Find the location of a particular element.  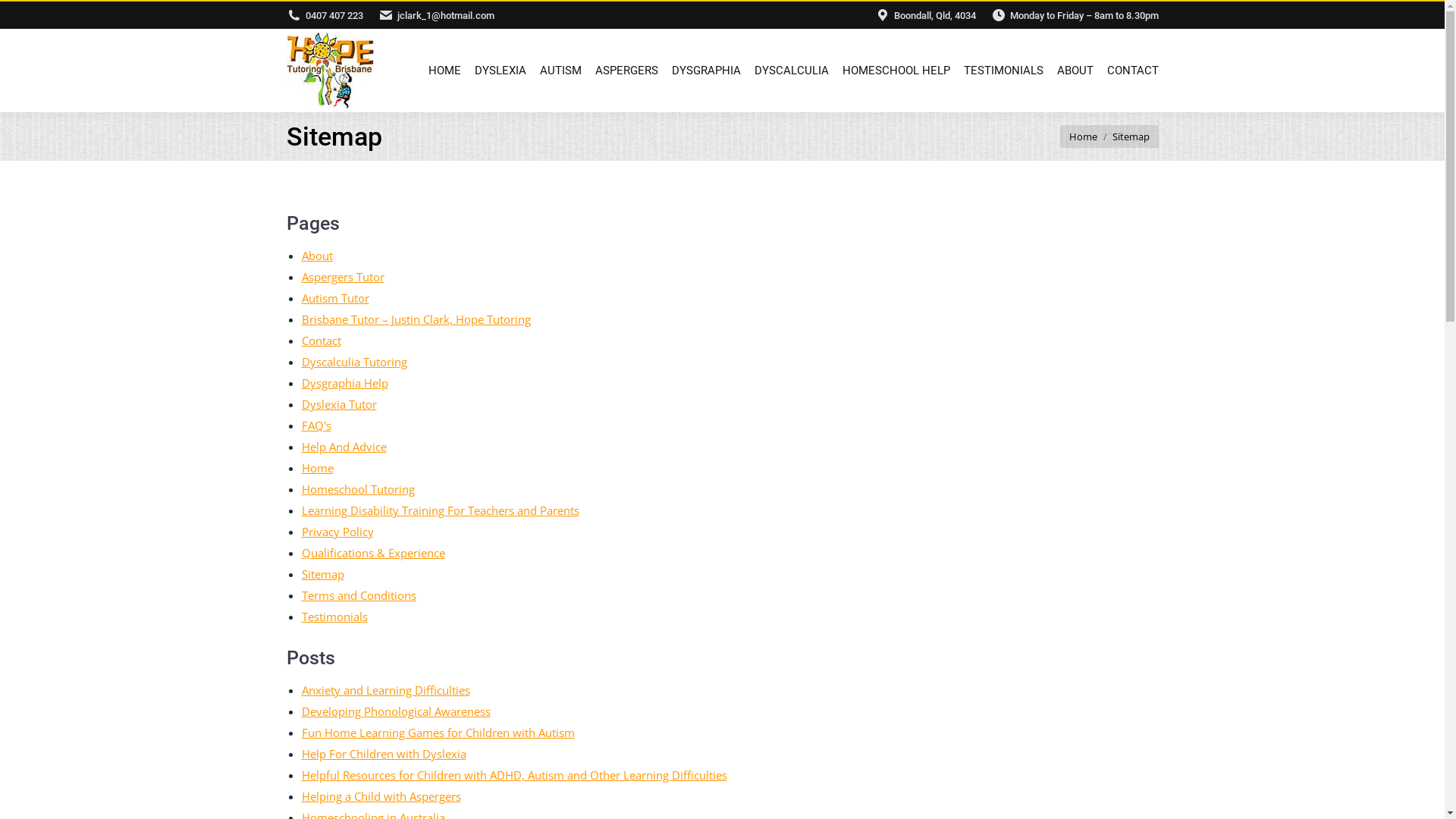

'HOME' is located at coordinates (422, 70).